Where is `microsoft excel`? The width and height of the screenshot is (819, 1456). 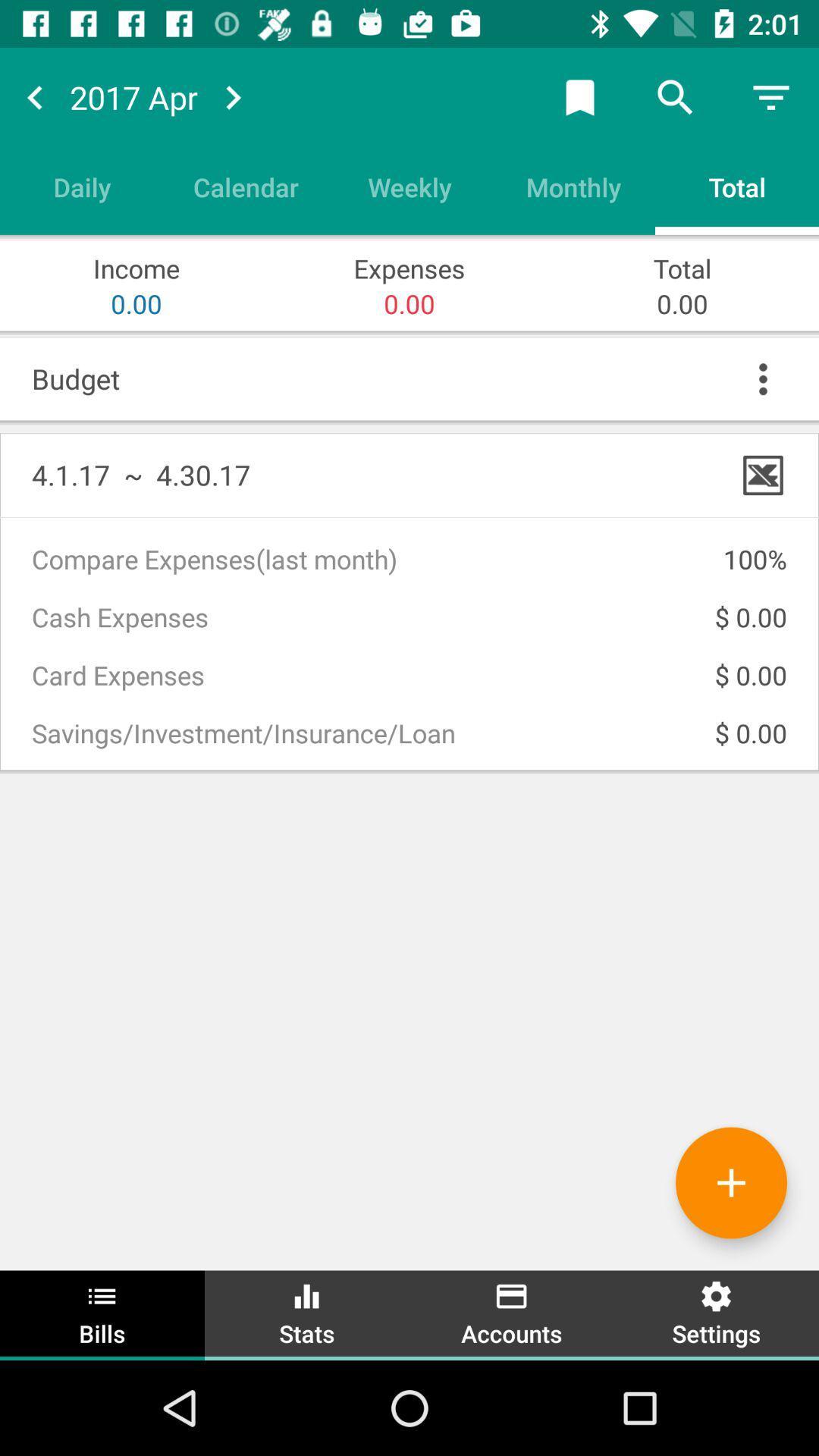 microsoft excel is located at coordinates (763, 474).